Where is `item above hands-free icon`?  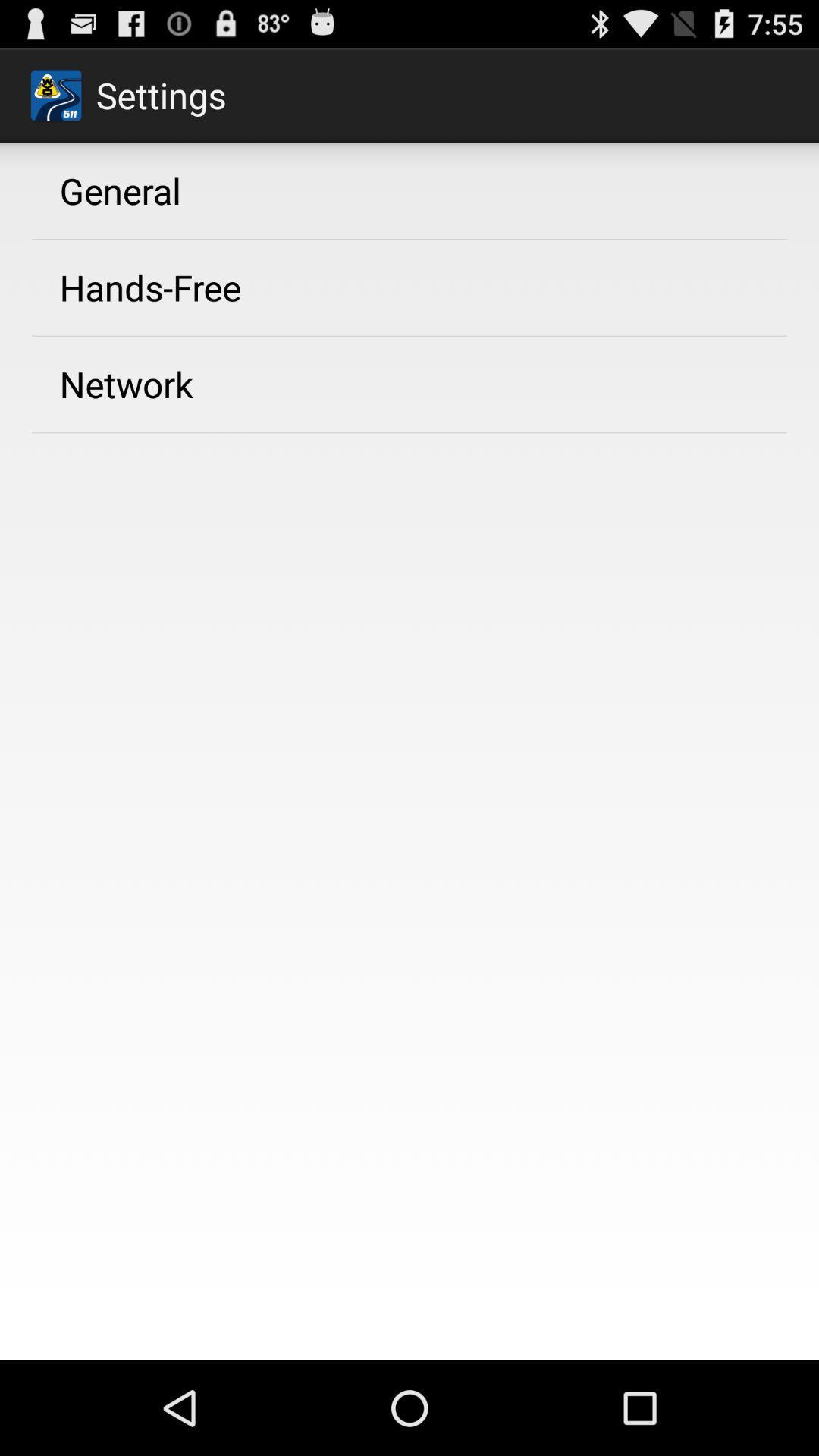 item above hands-free icon is located at coordinates (119, 190).